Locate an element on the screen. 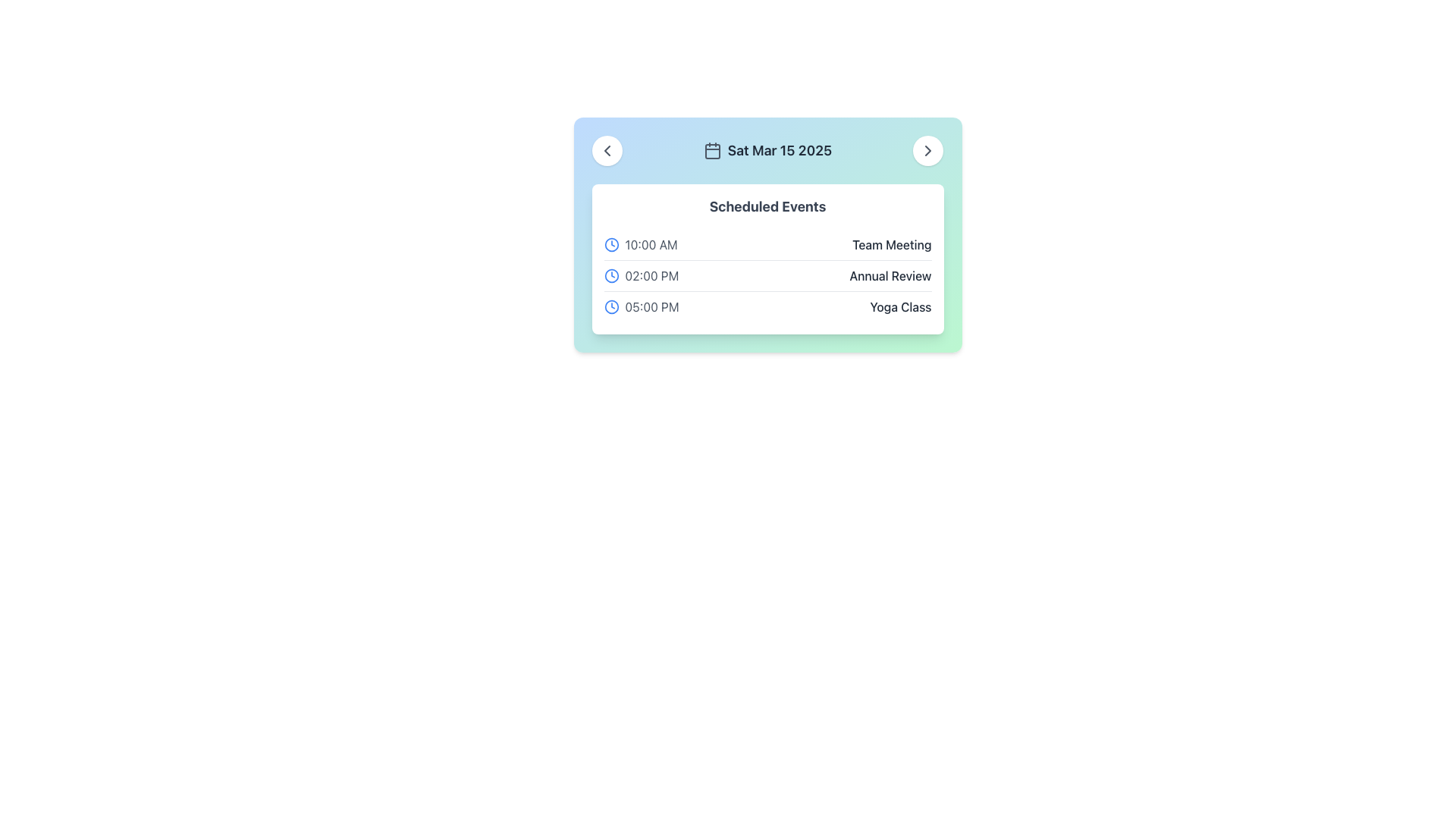  the visual indicator icon representing the time associated with the event located to the left of the '10:00 AM' label is located at coordinates (611, 244).